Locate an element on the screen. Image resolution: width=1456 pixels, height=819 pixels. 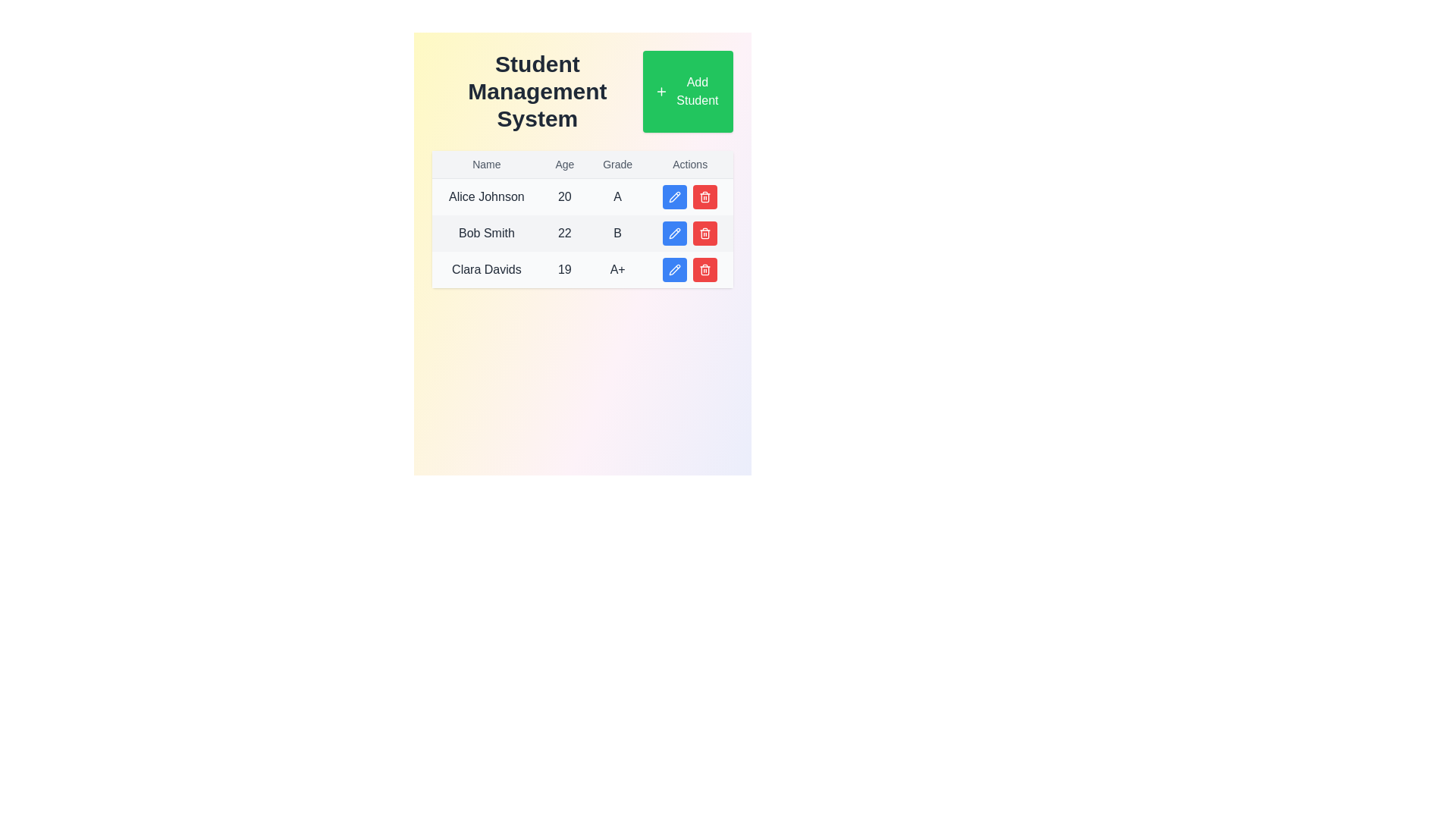
the button group for managing Clara Davids' record, located in the last row under the 'Actions' column is located at coordinates (689, 268).